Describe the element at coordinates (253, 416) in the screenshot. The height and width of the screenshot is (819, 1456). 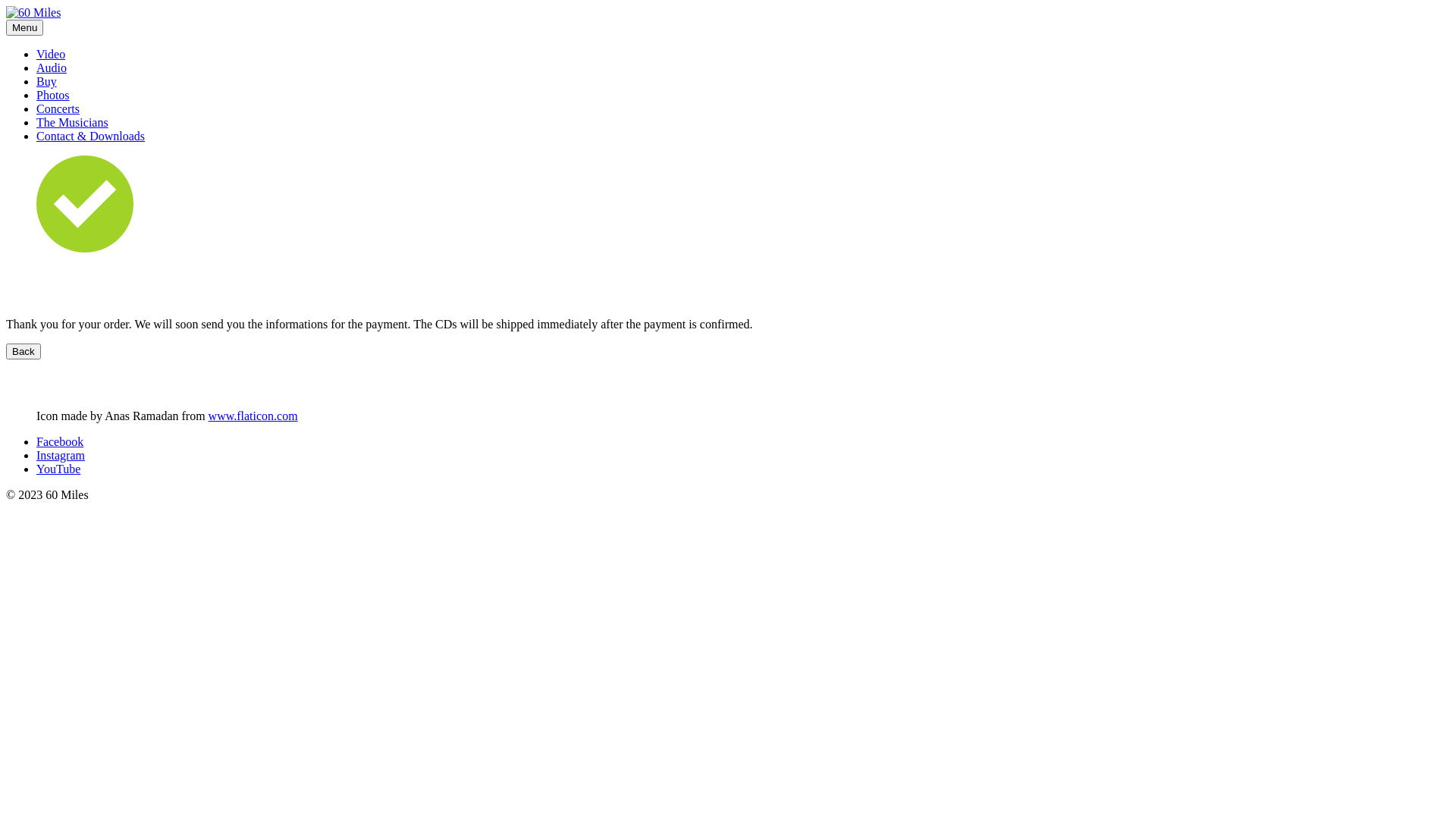
I see `'www.flaticon.com'` at that location.